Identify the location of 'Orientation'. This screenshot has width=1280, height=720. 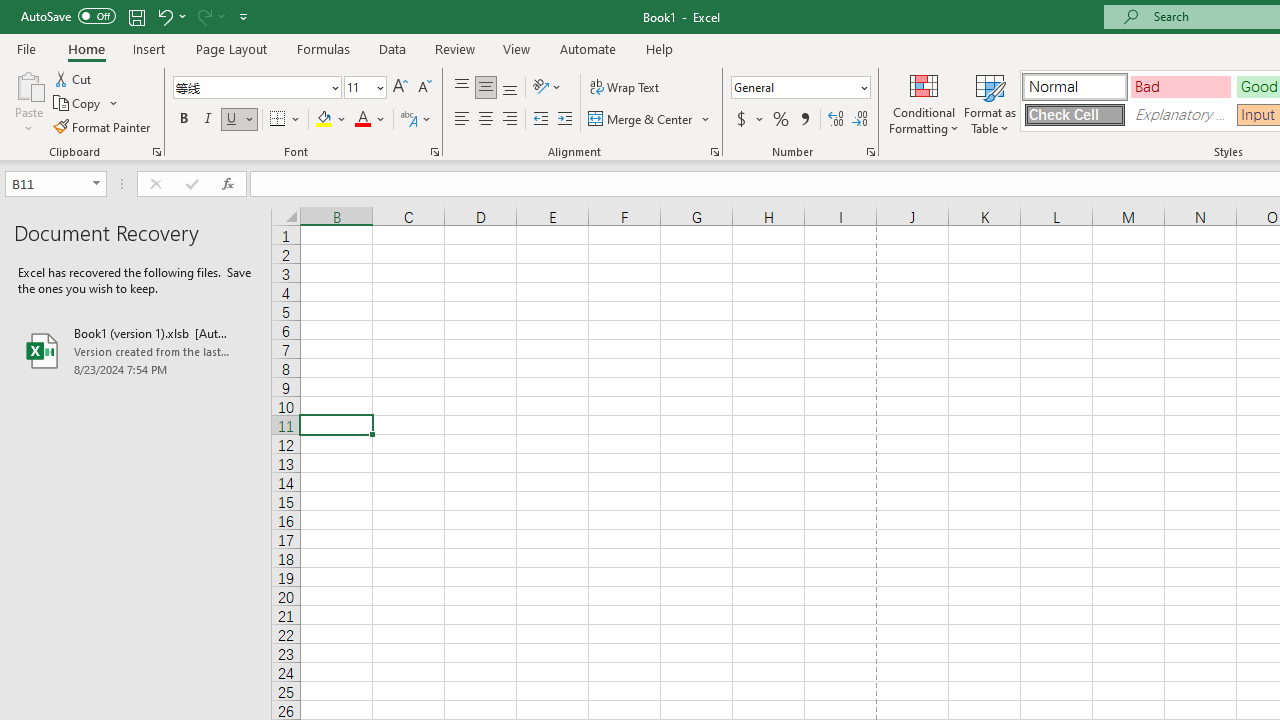
(547, 86).